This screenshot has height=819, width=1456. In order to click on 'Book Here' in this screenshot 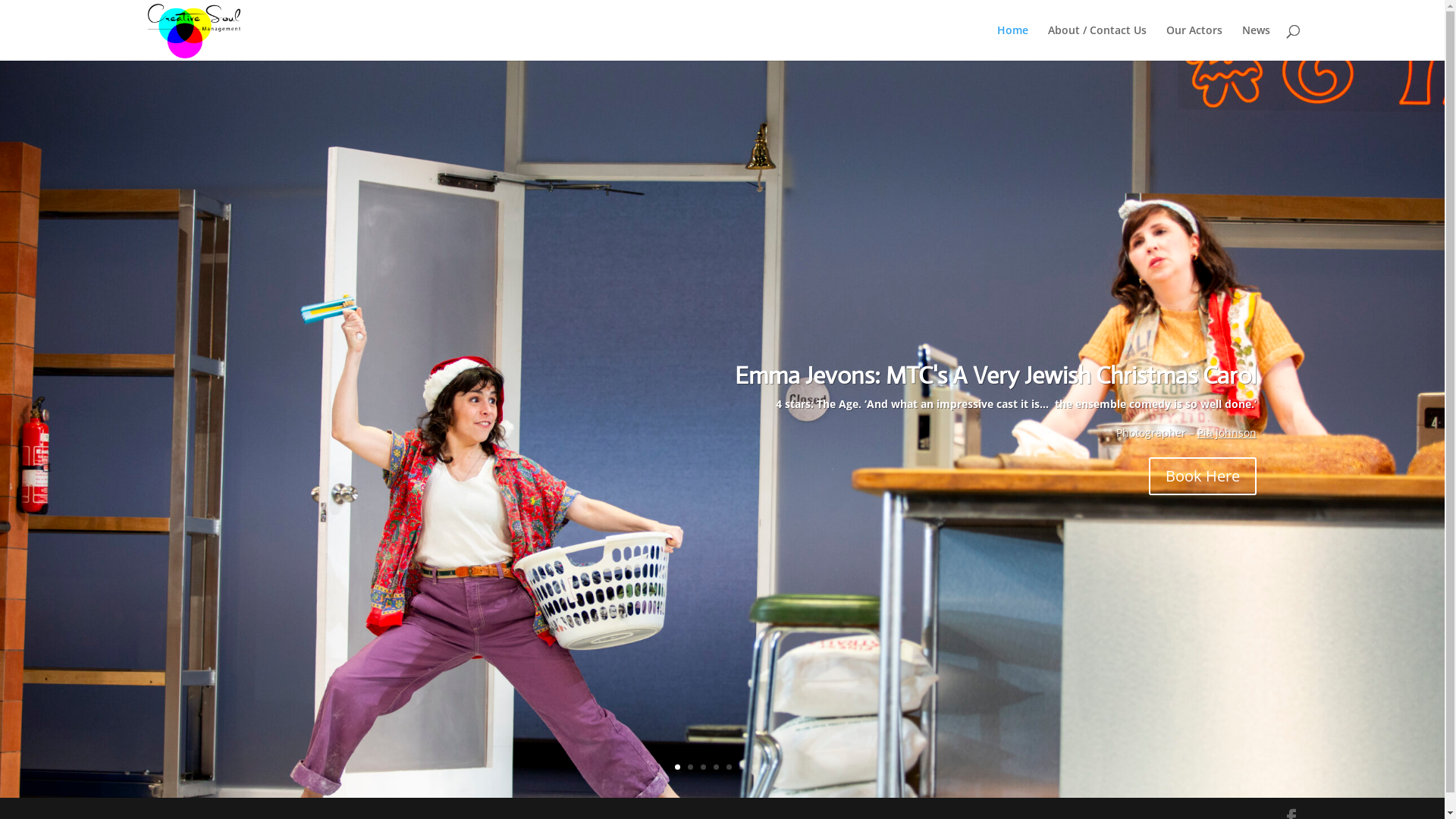, I will do `click(1201, 475)`.